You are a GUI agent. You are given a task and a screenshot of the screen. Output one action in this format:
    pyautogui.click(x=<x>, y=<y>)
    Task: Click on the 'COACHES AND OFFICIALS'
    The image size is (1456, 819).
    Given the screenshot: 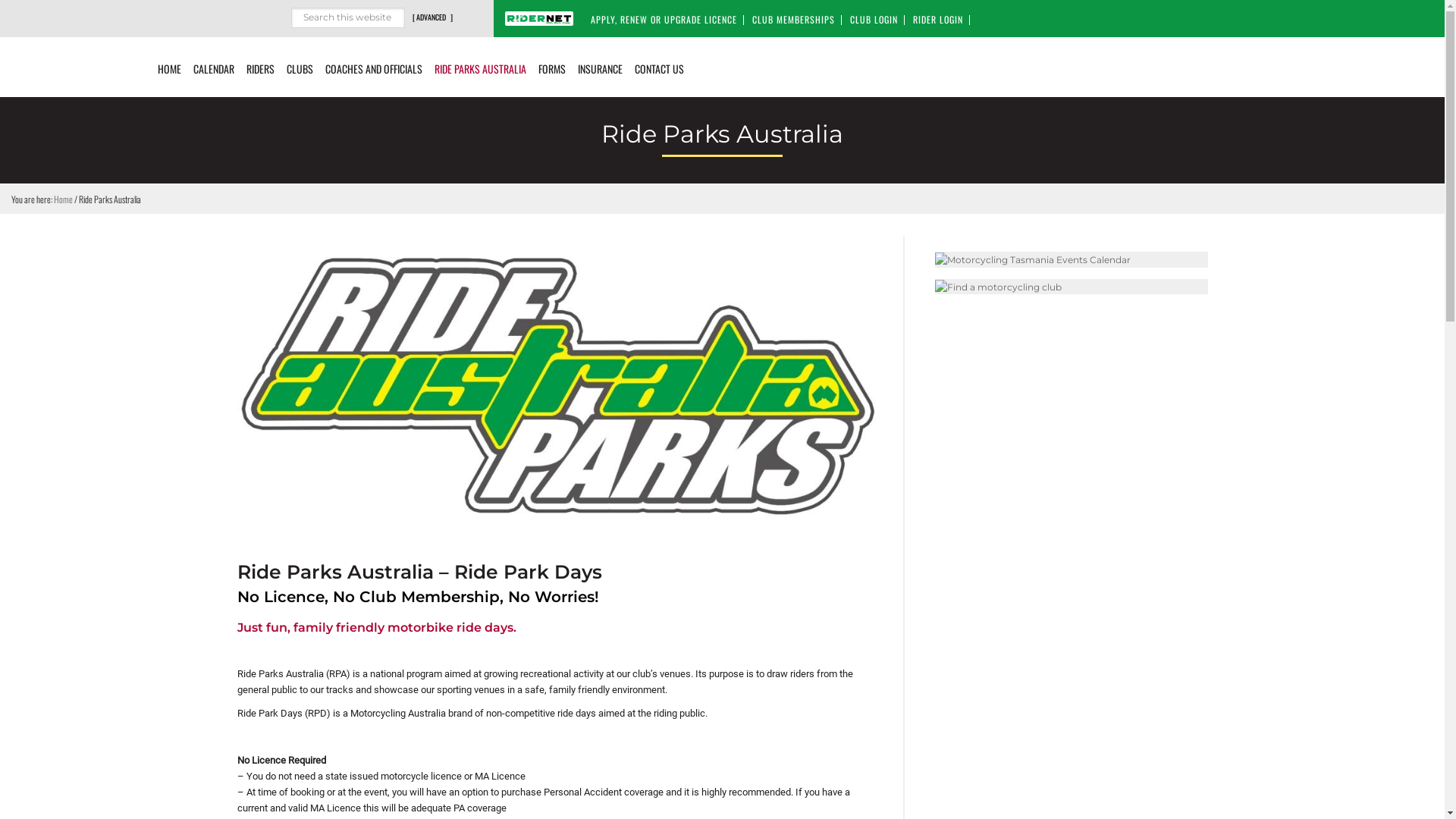 What is the action you would take?
    pyautogui.click(x=318, y=66)
    